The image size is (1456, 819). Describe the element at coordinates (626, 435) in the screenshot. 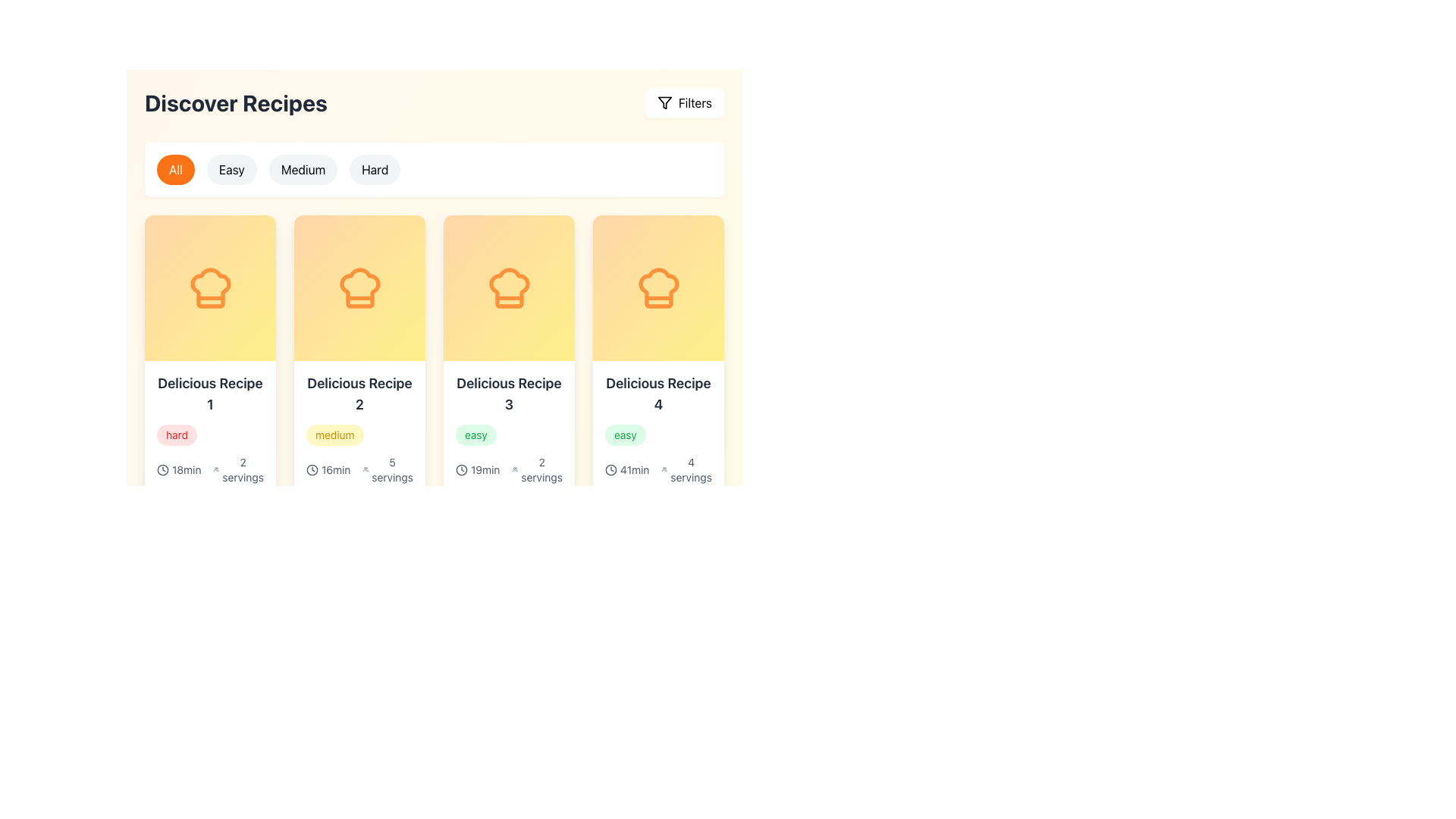

I see `the label that indicates the difficulty level of the recipe, categorized as 'easy', located within the card labeled 'Delicious Recipe 4', positioned below the recipe's title and above the preparation time and servings information` at that location.